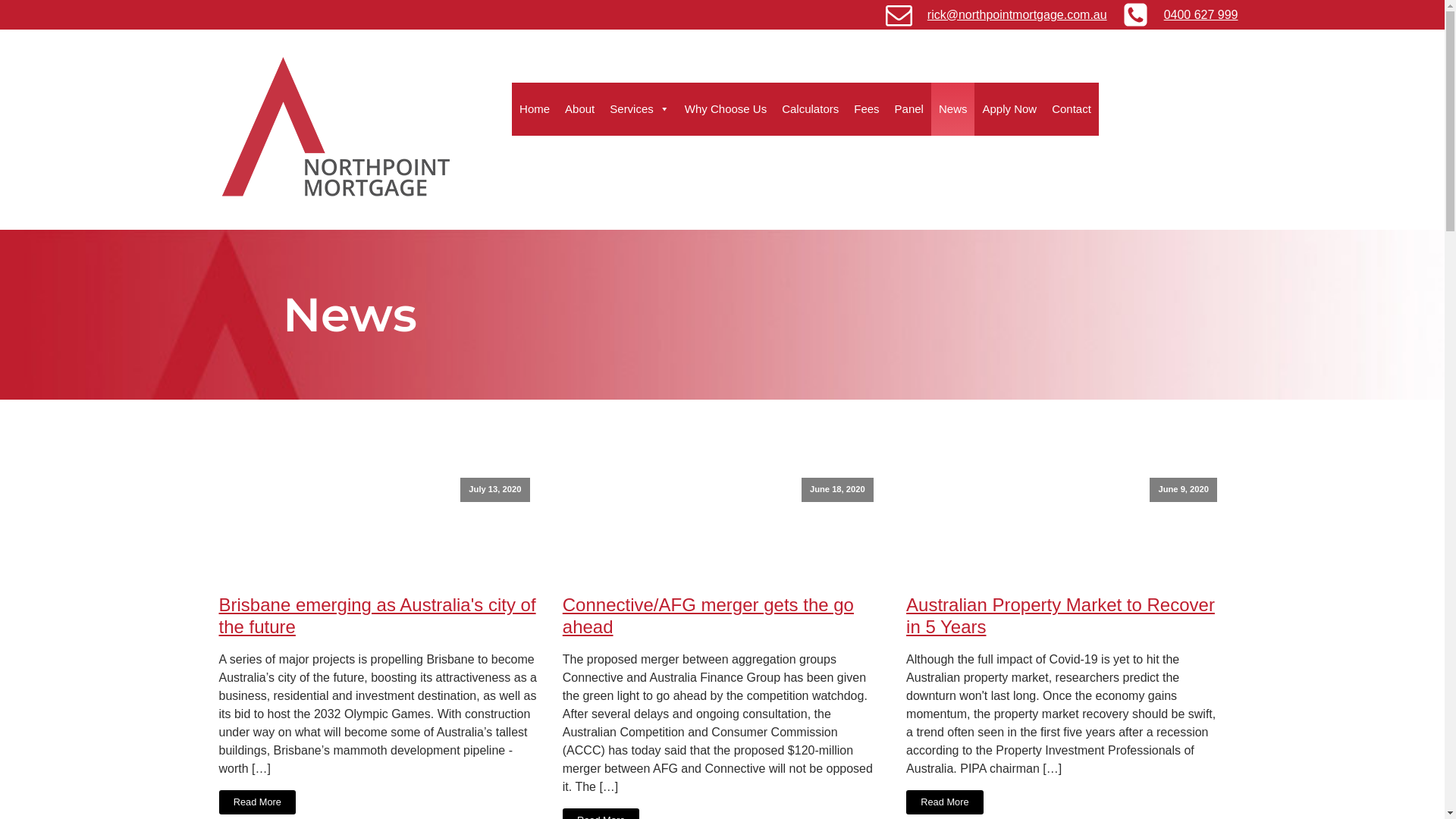 The width and height of the screenshot is (1456, 819). What do you see at coordinates (1070, 108) in the screenshot?
I see `'Contact'` at bounding box center [1070, 108].